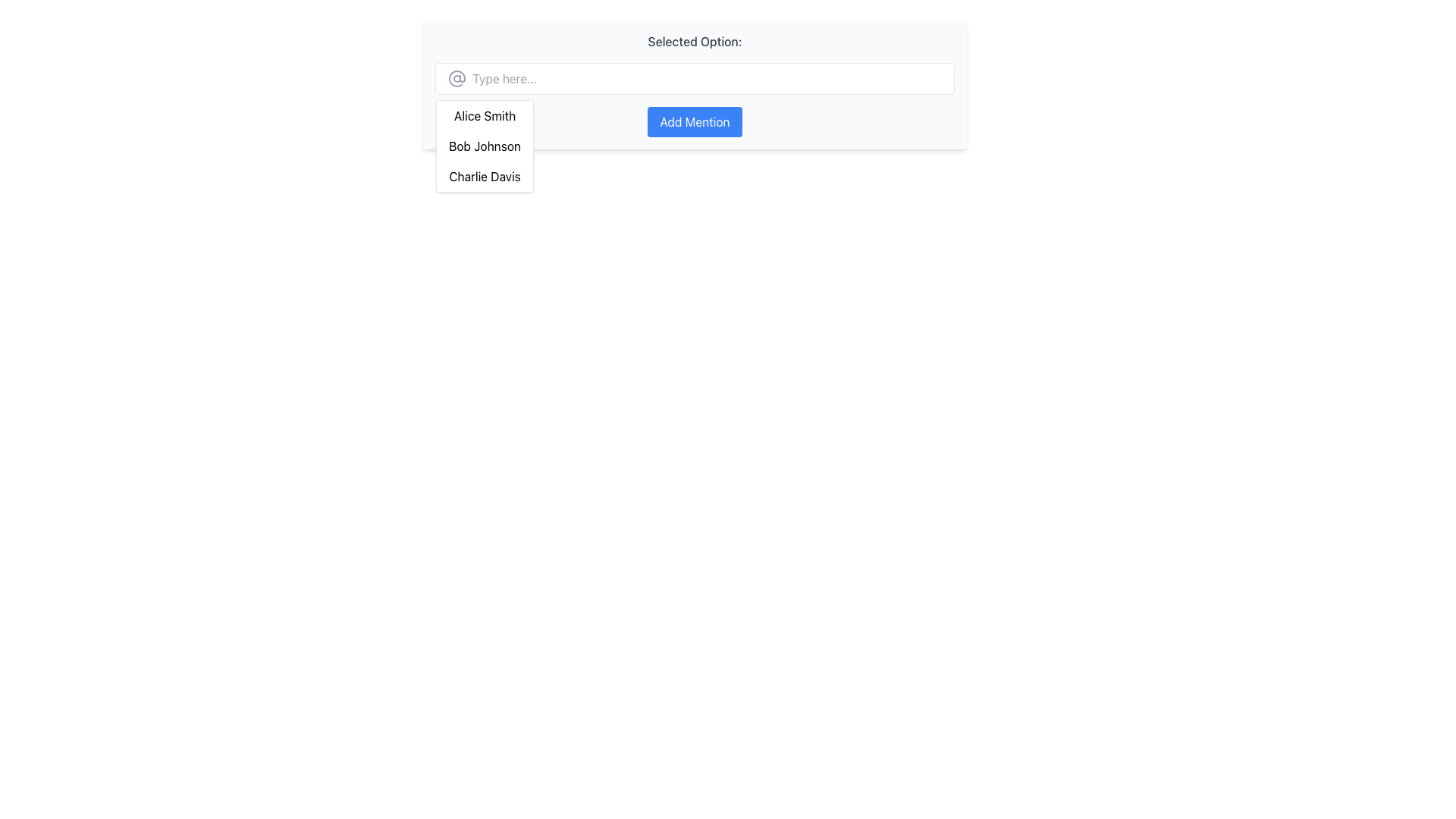 This screenshot has width=1456, height=819. What do you see at coordinates (457, 79) in the screenshot?
I see `the gray '@' icon with a thin outline and circular design, located to the left of the transparent input field with the placeholder 'Type here...'` at bounding box center [457, 79].